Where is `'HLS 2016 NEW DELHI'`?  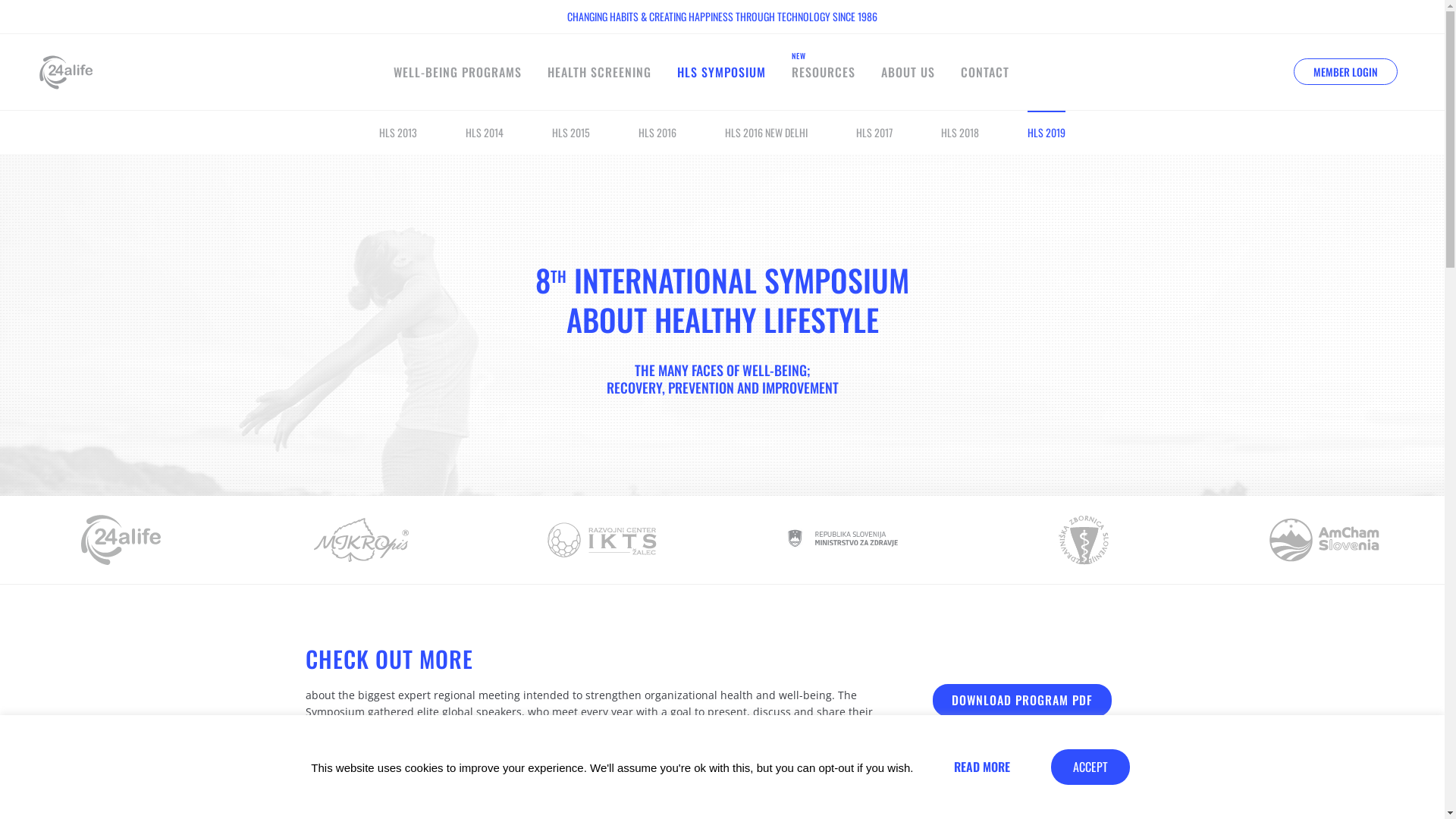
'HLS 2016 NEW DELHI' is located at coordinates (766, 131).